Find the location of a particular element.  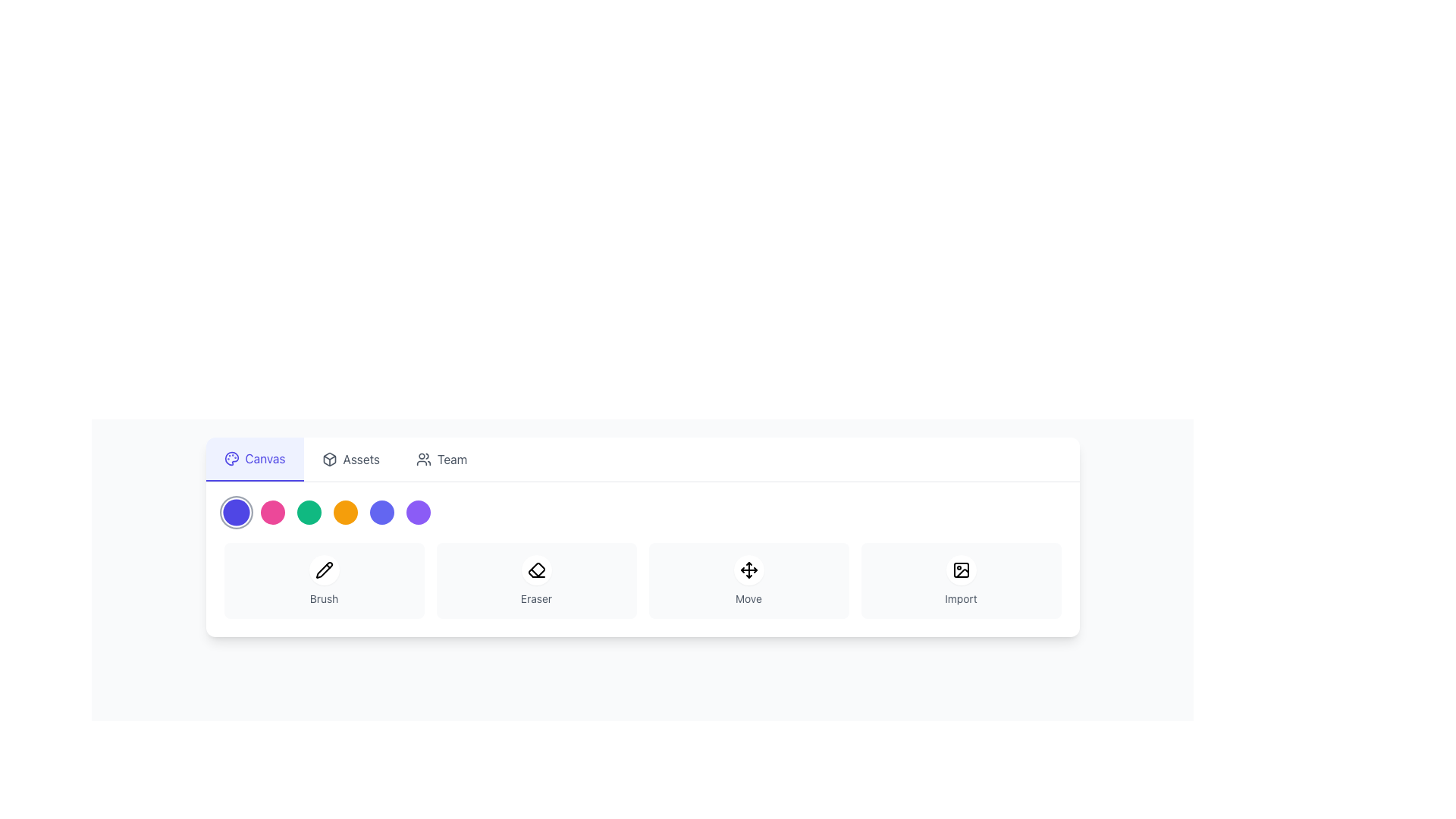

the 'Eraser' text label, which is displayed in a small, gray font and positioned below an eraser icon within the second card of a horizontal row of four cards is located at coordinates (536, 598).